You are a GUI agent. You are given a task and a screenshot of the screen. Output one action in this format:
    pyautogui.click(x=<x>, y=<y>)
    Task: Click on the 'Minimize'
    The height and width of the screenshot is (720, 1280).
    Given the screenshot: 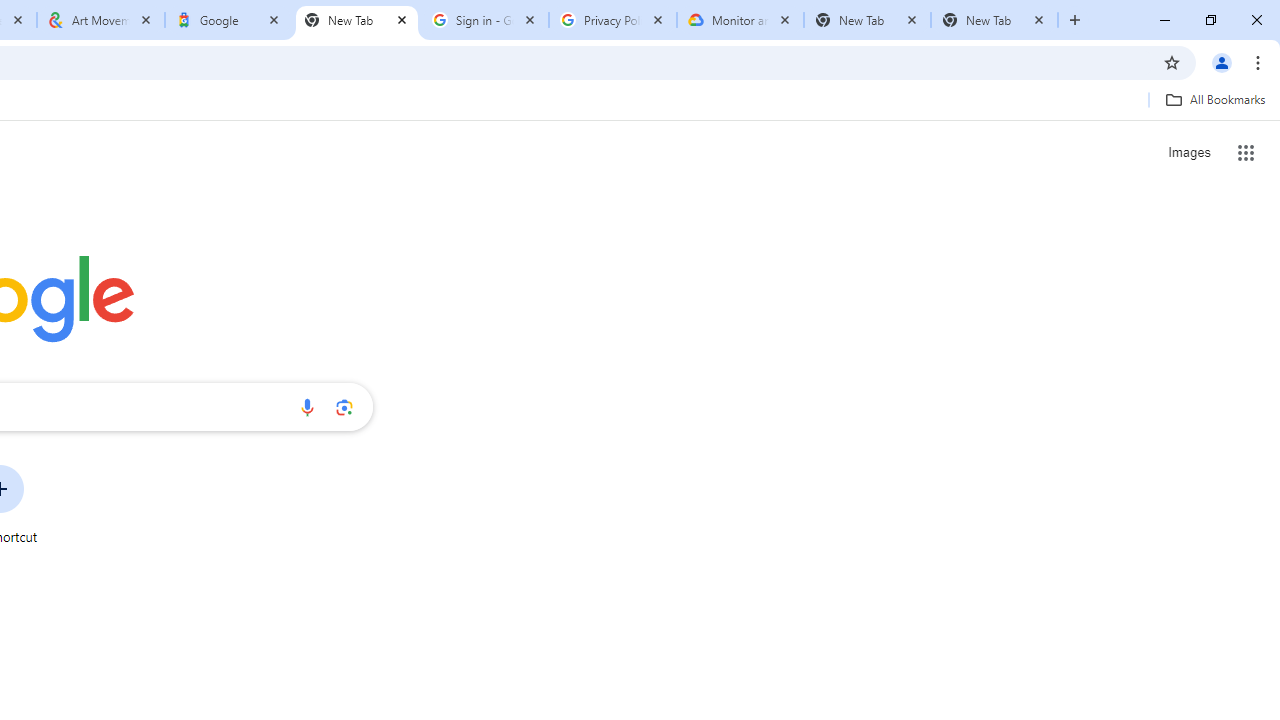 What is the action you would take?
    pyautogui.click(x=1165, y=20)
    